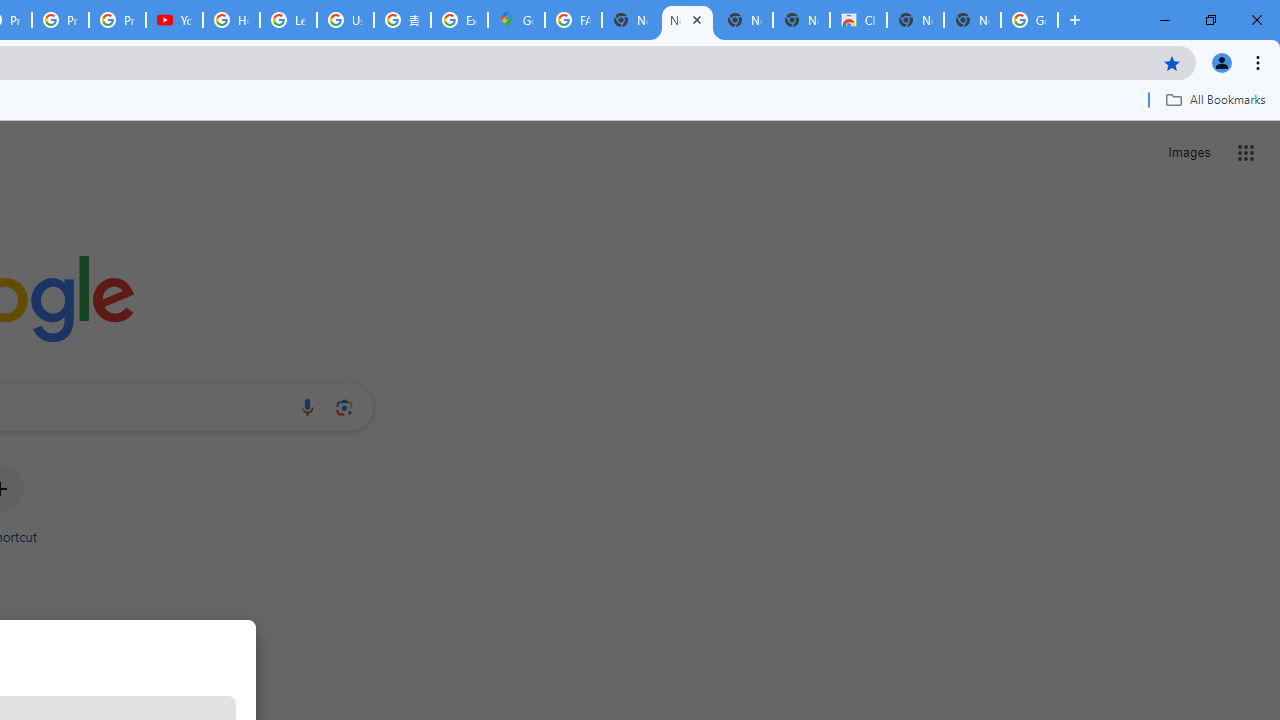  Describe the element at coordinates (458, 20) in the screenshot. I see `'Explore new street-level details - Google Maps Help'` at that location.